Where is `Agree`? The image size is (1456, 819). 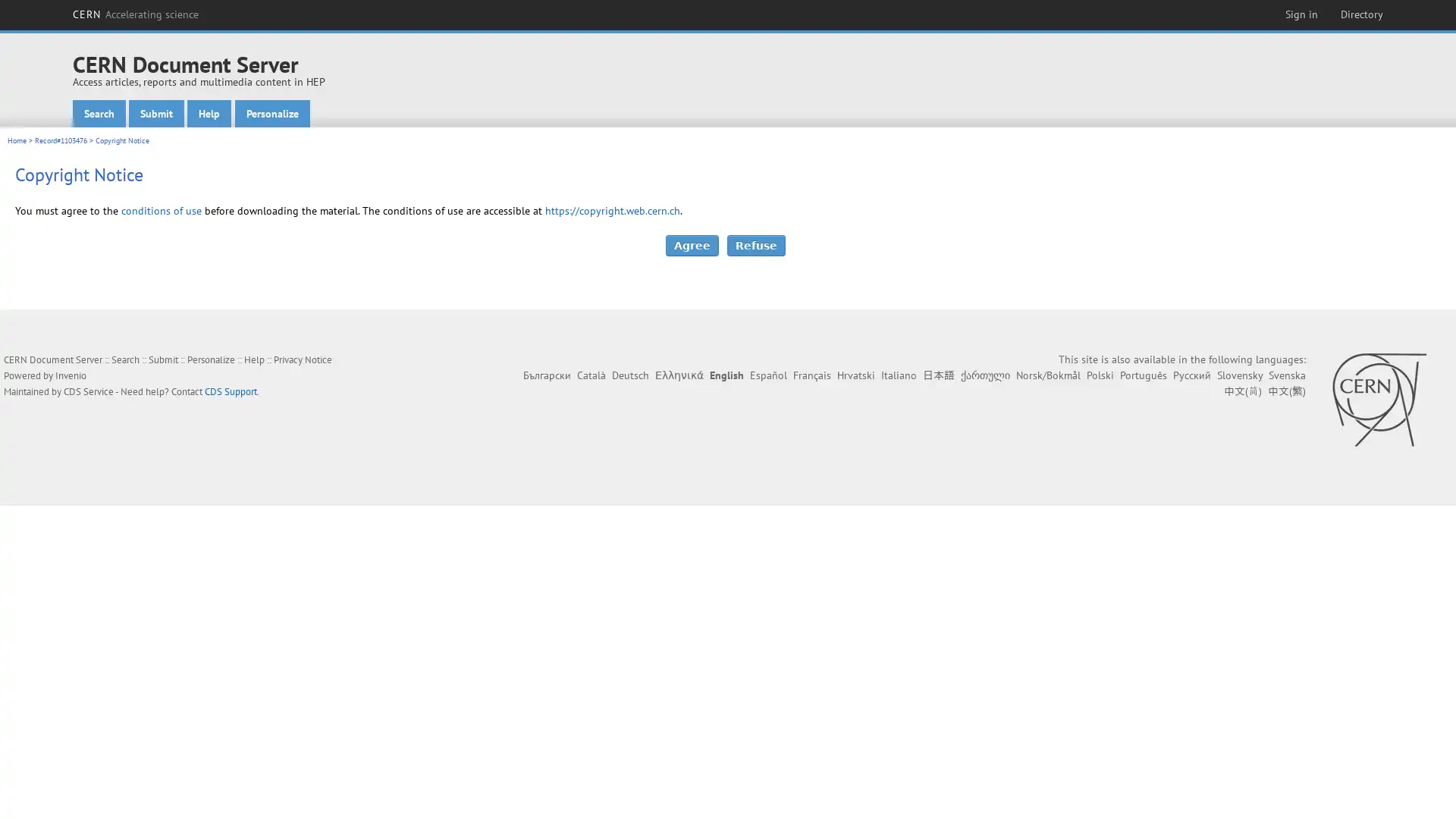
Agree is located at coordinates (691, 244).